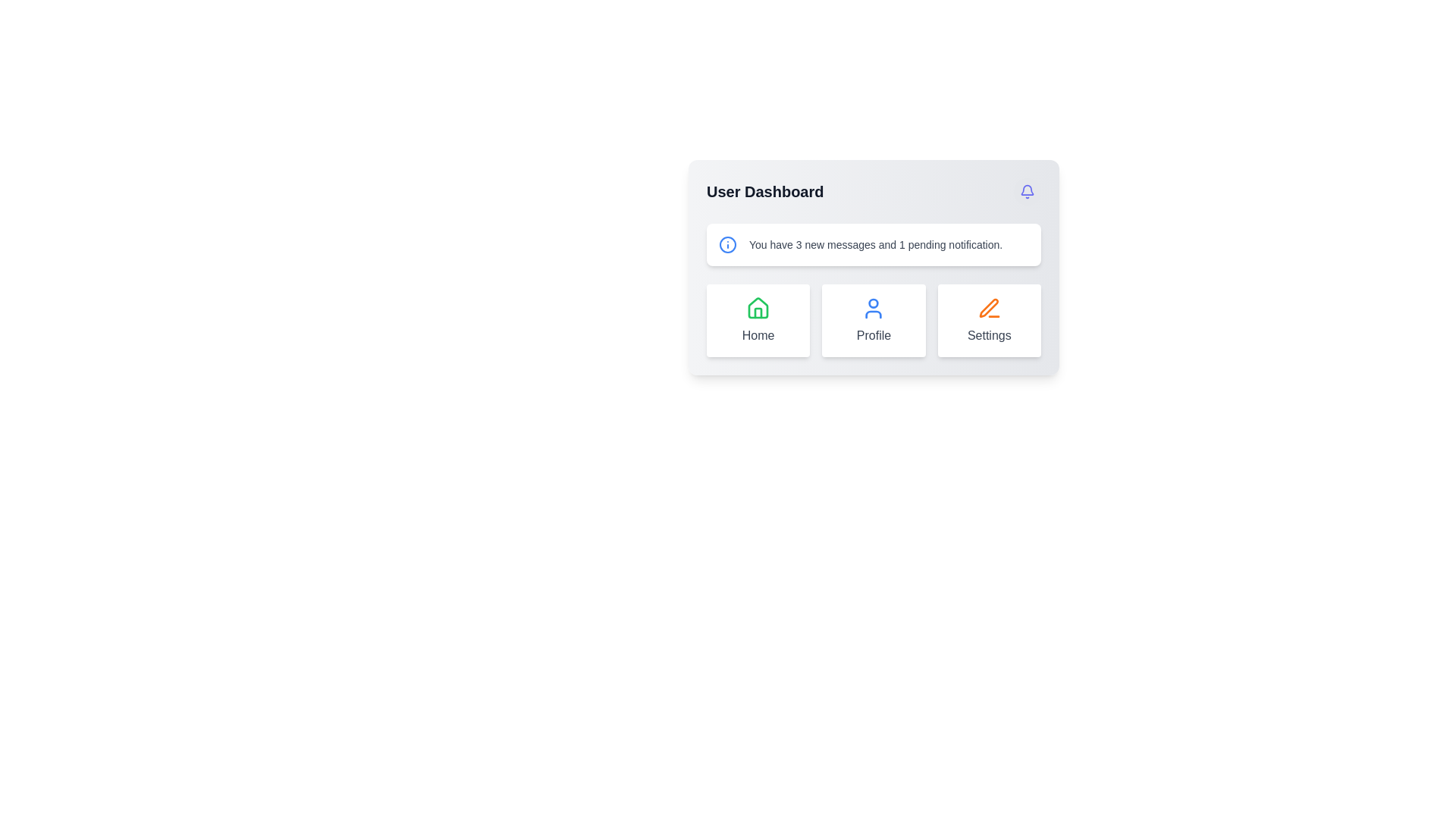 The image size is (1456, 819). What do you see at coordinates (874, 308) in the screenshot?
I see `the blue user silhouette icon located above the 'Profile' text` at bounding box center [874, 308].